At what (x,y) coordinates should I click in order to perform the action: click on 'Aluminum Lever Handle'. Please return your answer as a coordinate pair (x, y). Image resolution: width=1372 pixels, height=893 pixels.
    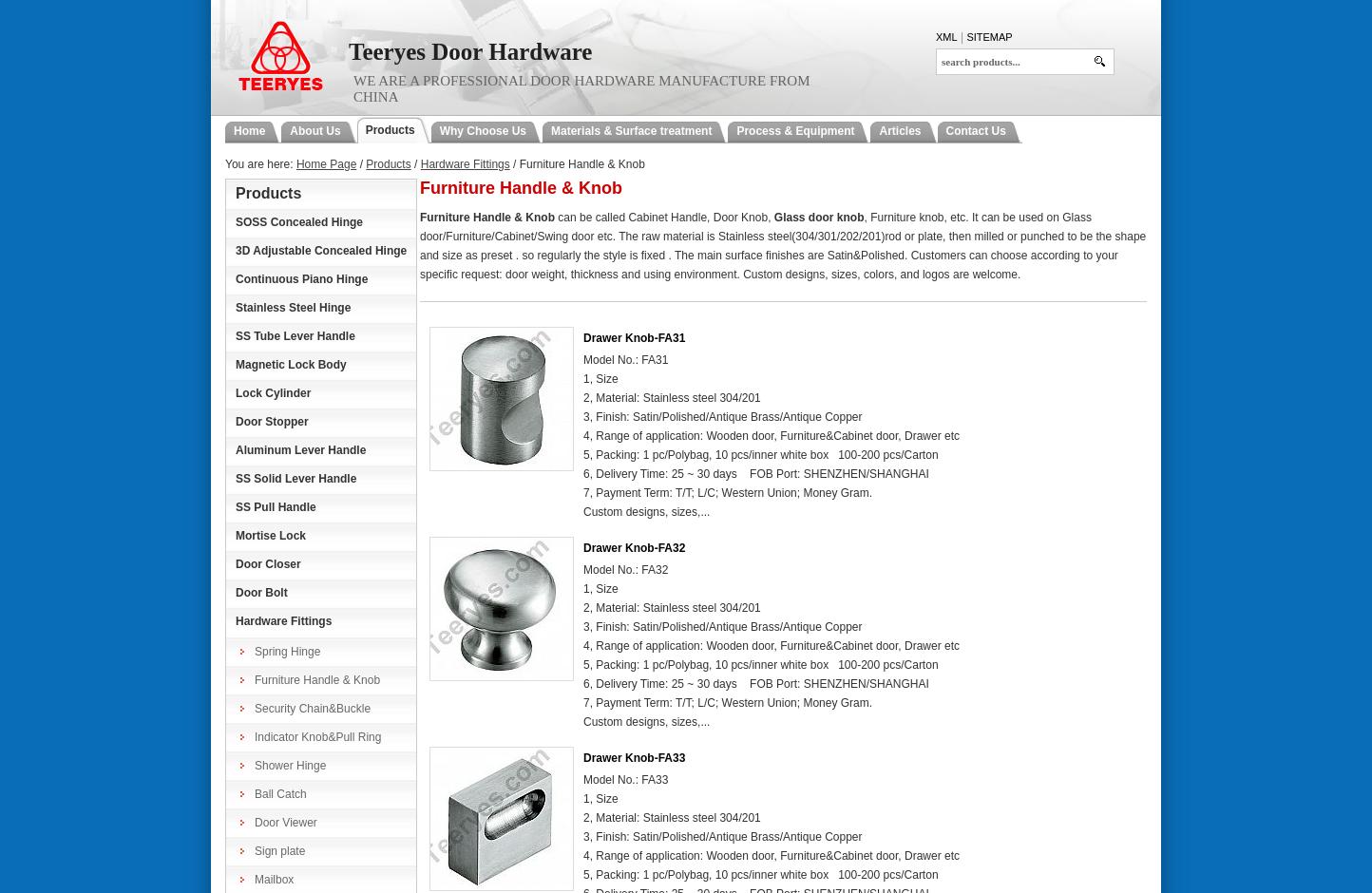
    Looking at the image, I should click on (299, 450).